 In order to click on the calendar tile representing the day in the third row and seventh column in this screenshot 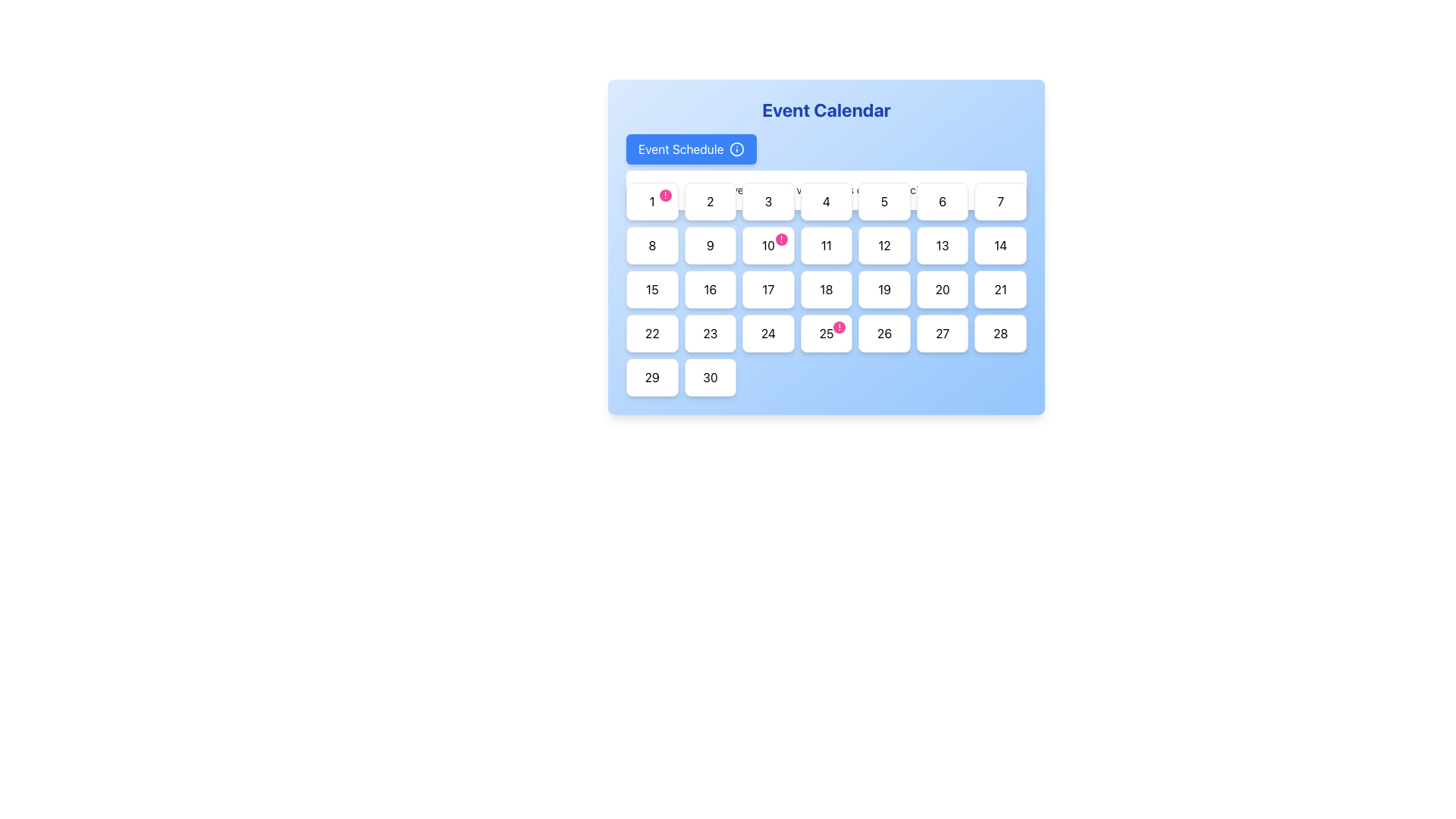, I will do `click(942, 245)`.